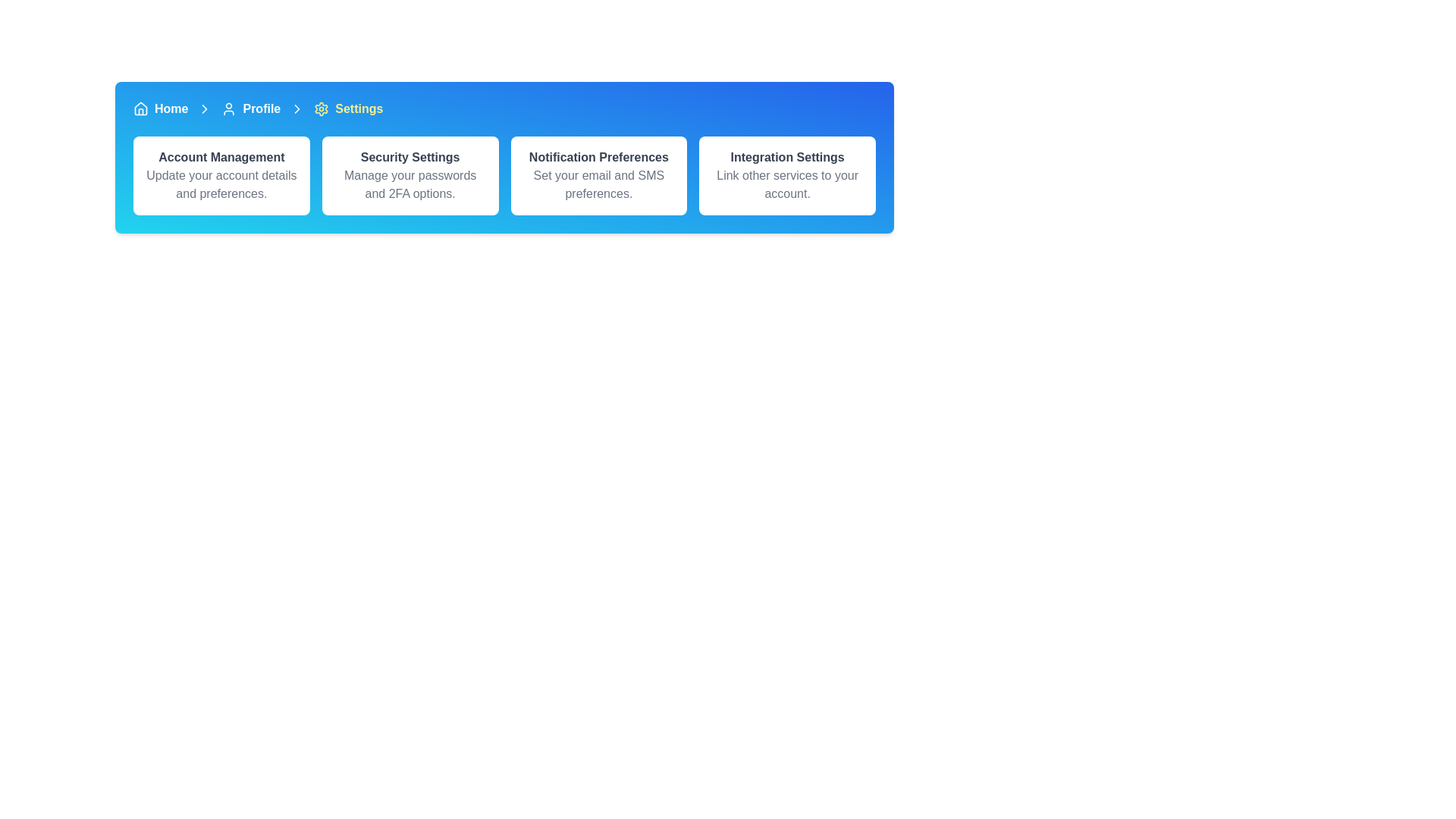 The image size is (1456, 819). Describe the element at coordinates (787, 184) in the screenshot. I see `text label that says 'Link other services to your account.' located within the 'Integration Settings' box, which is the second text section under the header of that box` at that location.